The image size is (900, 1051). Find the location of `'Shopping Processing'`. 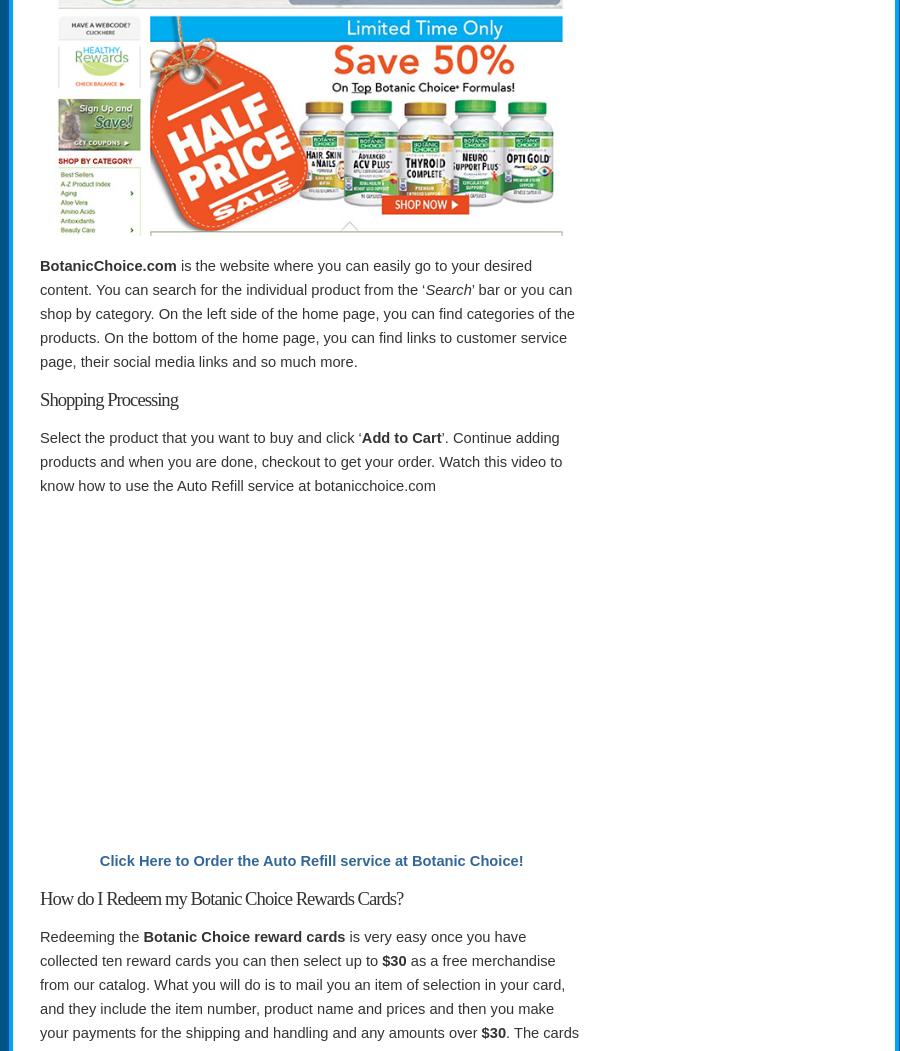

'Shopping Processing' is located at coordinates (107, 397).